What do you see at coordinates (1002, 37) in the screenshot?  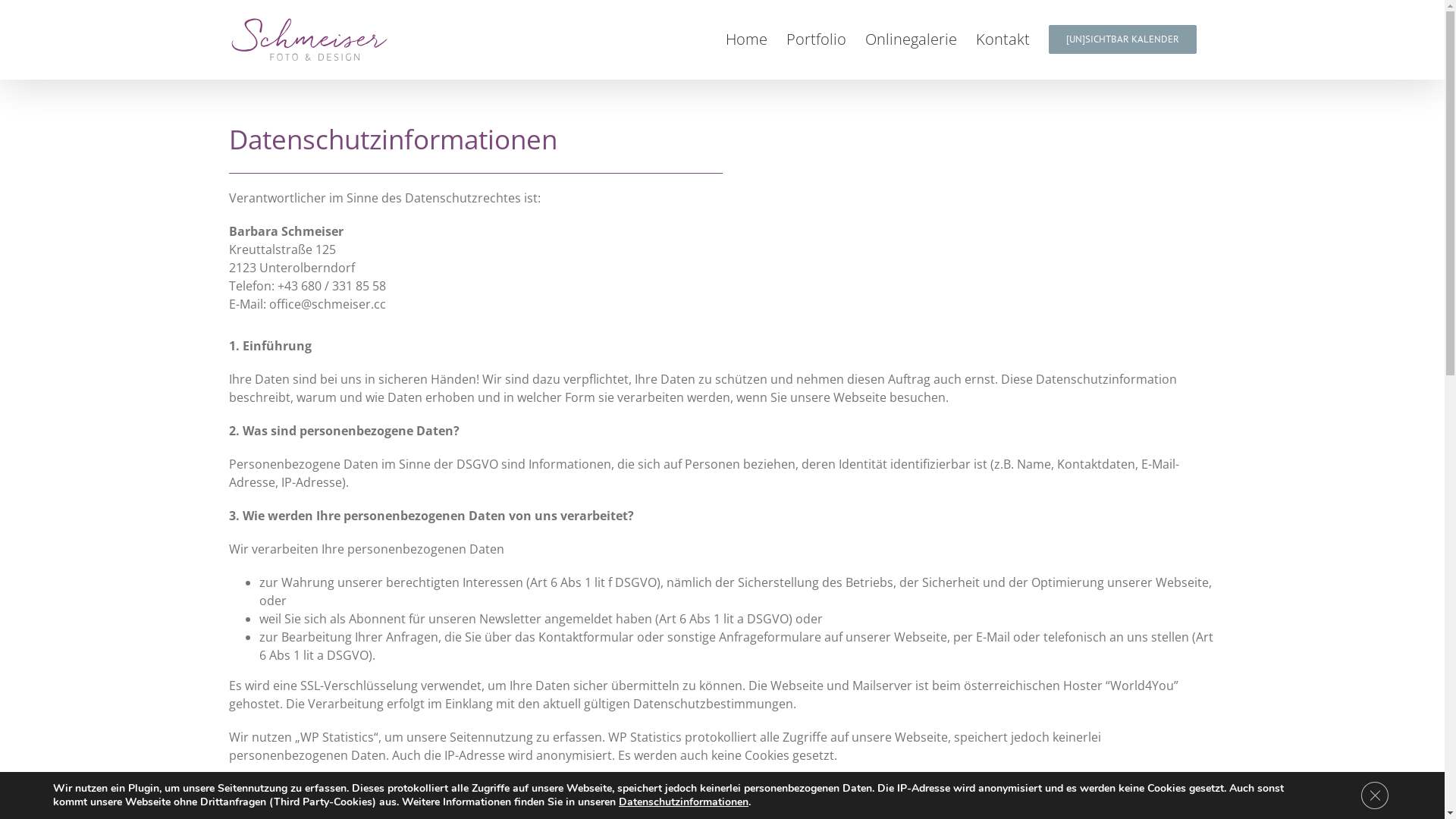 I see `'Kontakt'` at bounding box center [1002, 37].